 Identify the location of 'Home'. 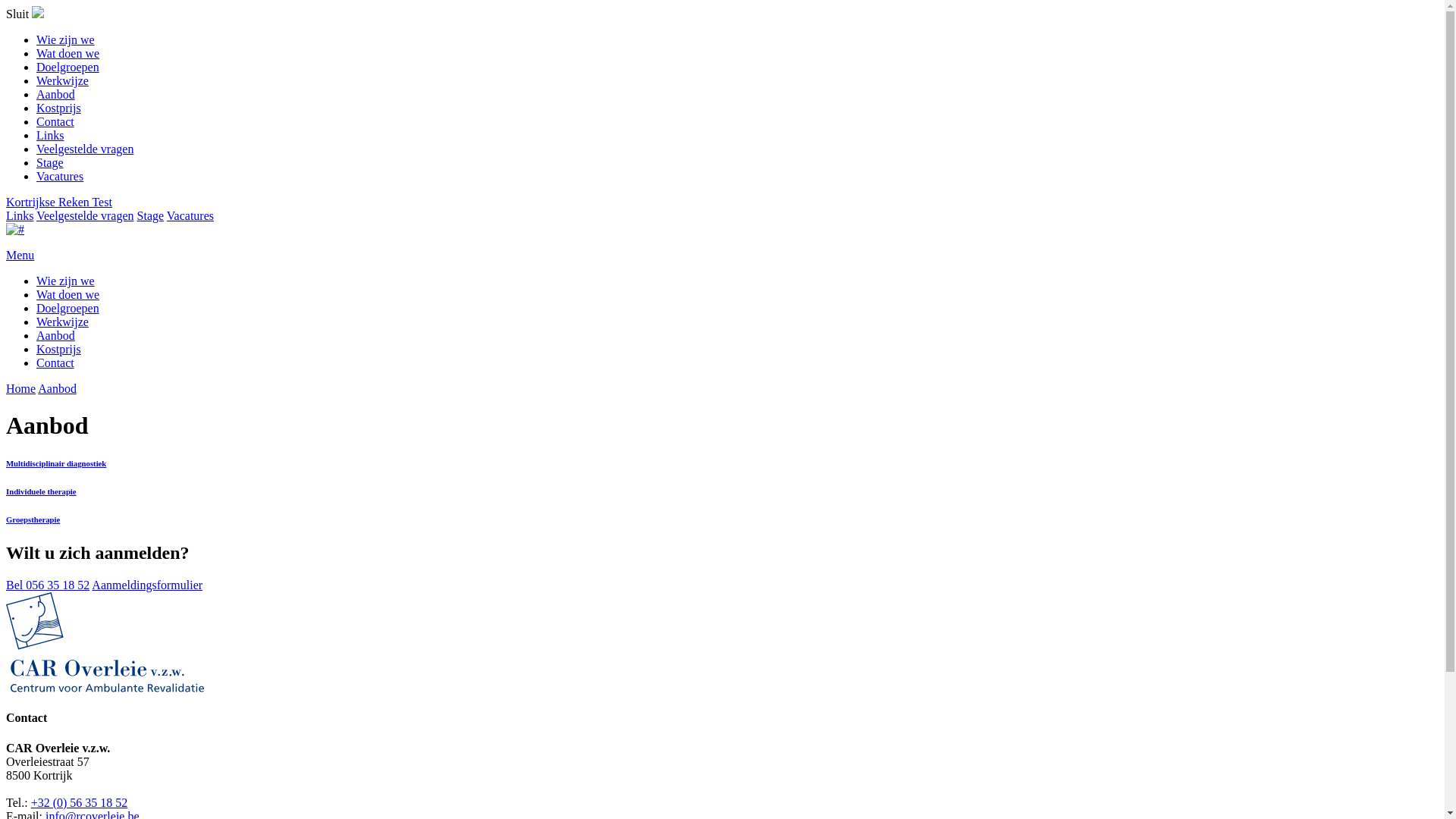
(20, 388).